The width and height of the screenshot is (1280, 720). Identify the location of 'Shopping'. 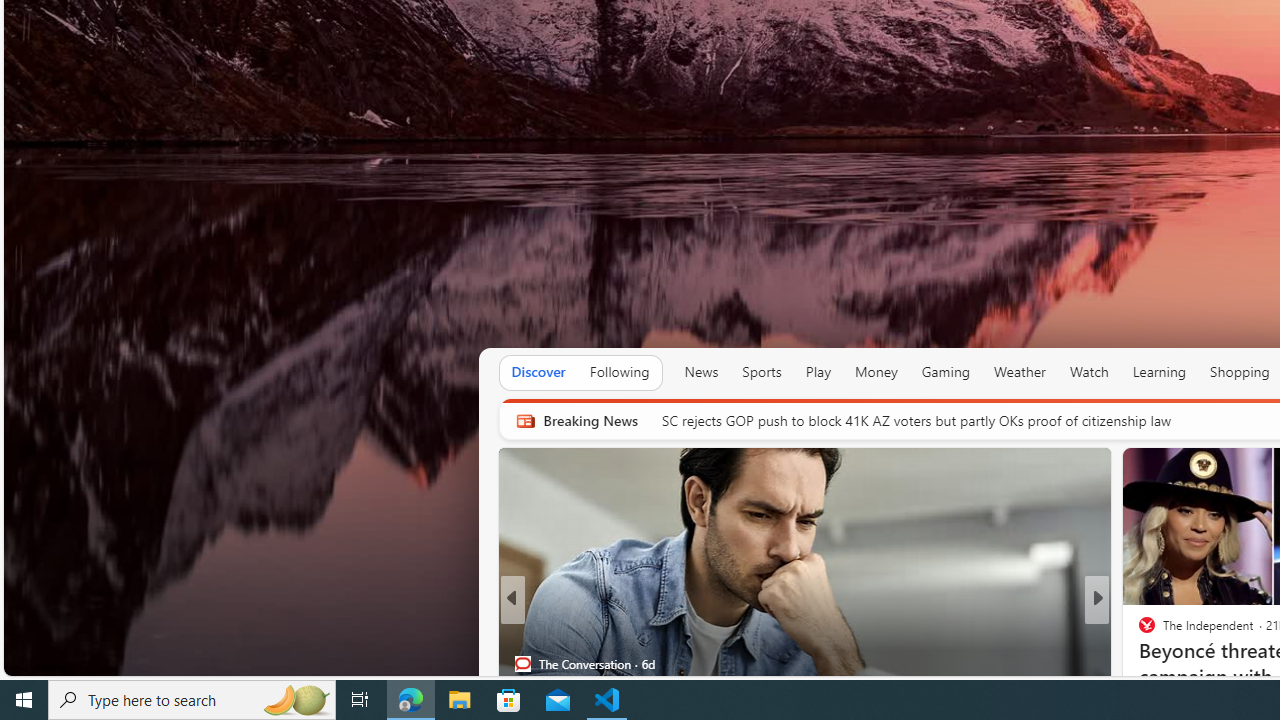
(1239, 371).